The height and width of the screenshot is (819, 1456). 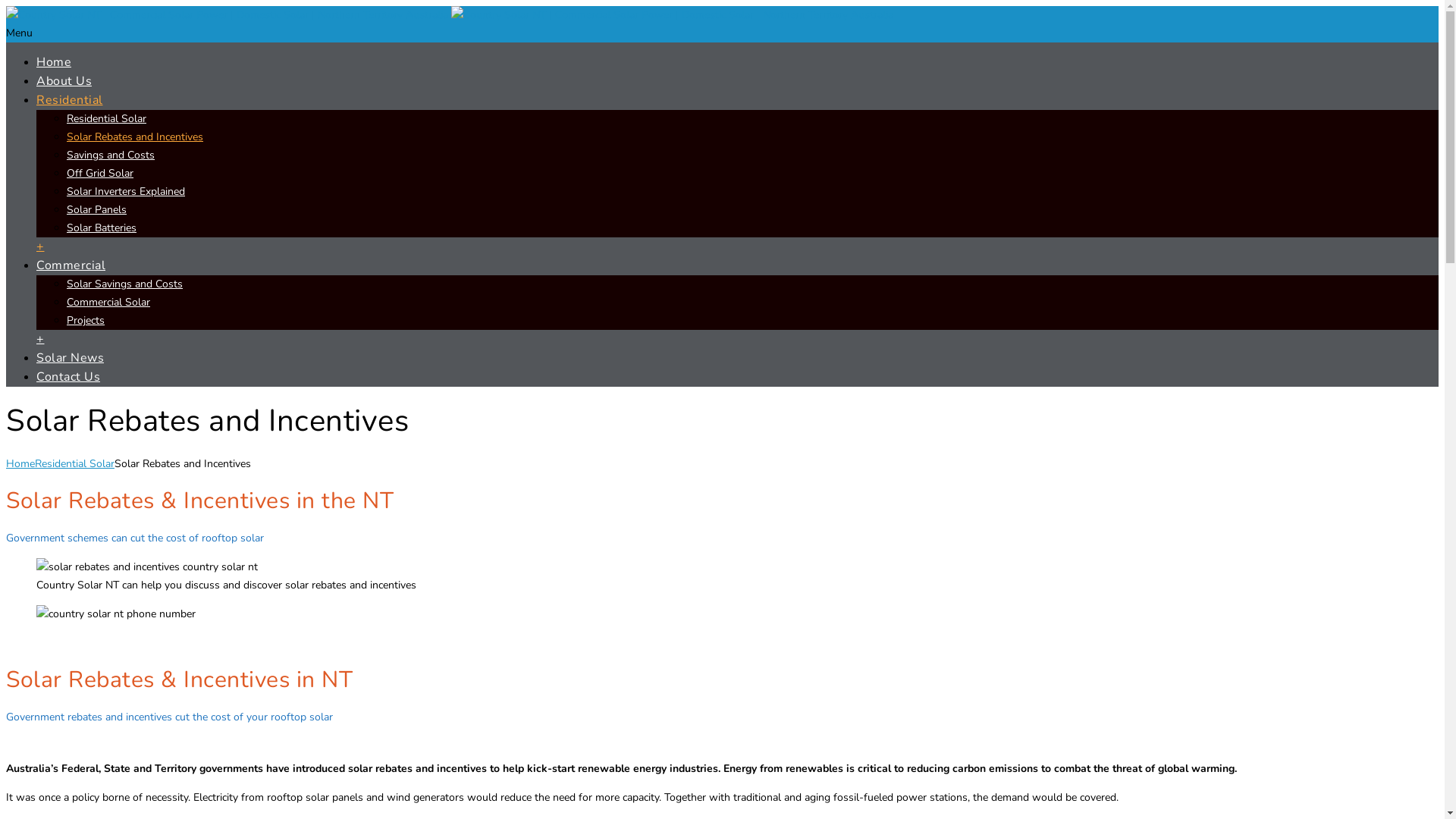 What do you see at coordinates (126, 190) in the screenshot?
I see `'Solar Inverters Explained'` at bounding box center [126, 190].